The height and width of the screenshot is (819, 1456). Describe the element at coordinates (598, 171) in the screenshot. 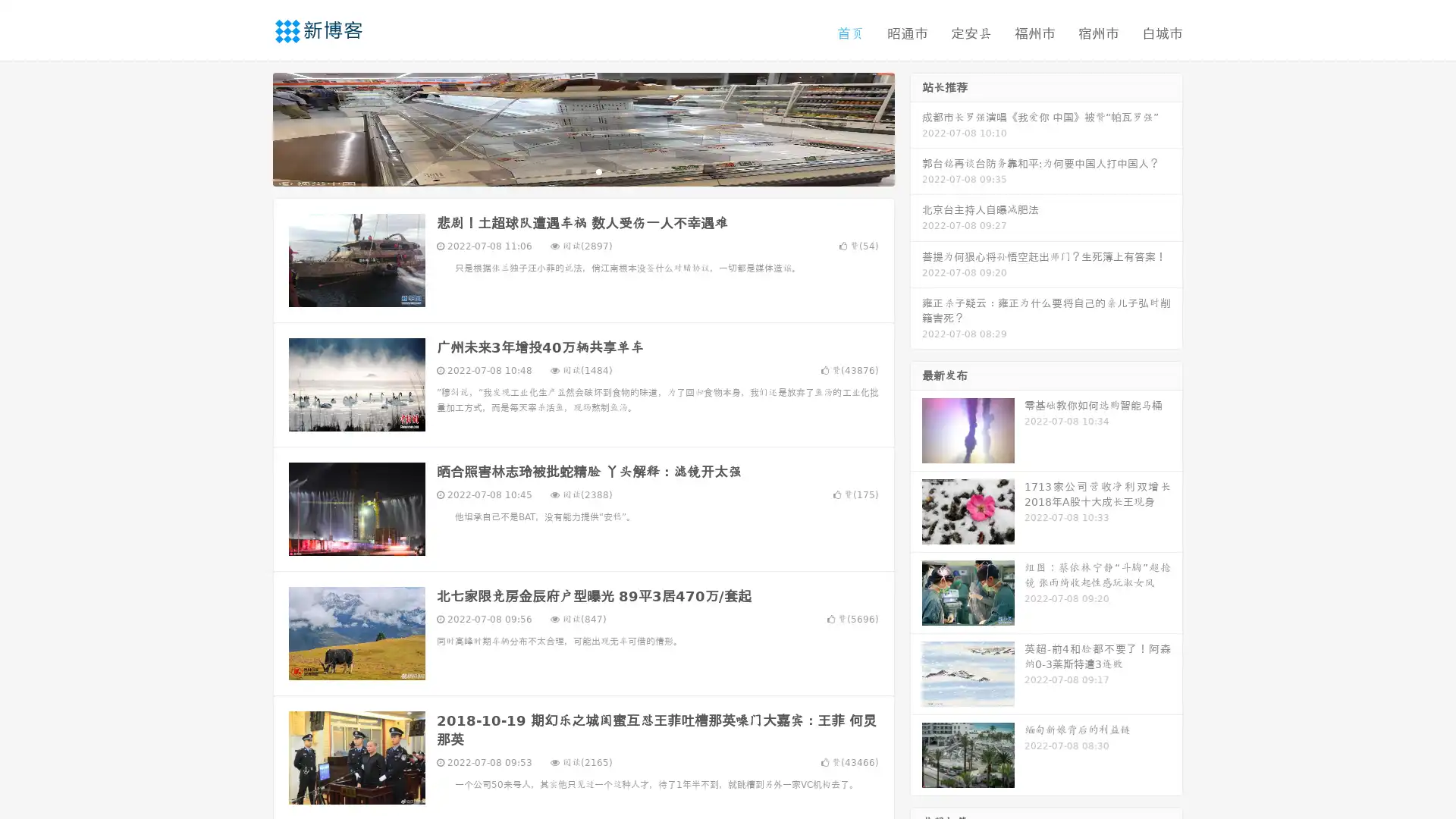

I see `Go to slide 3` at that location.